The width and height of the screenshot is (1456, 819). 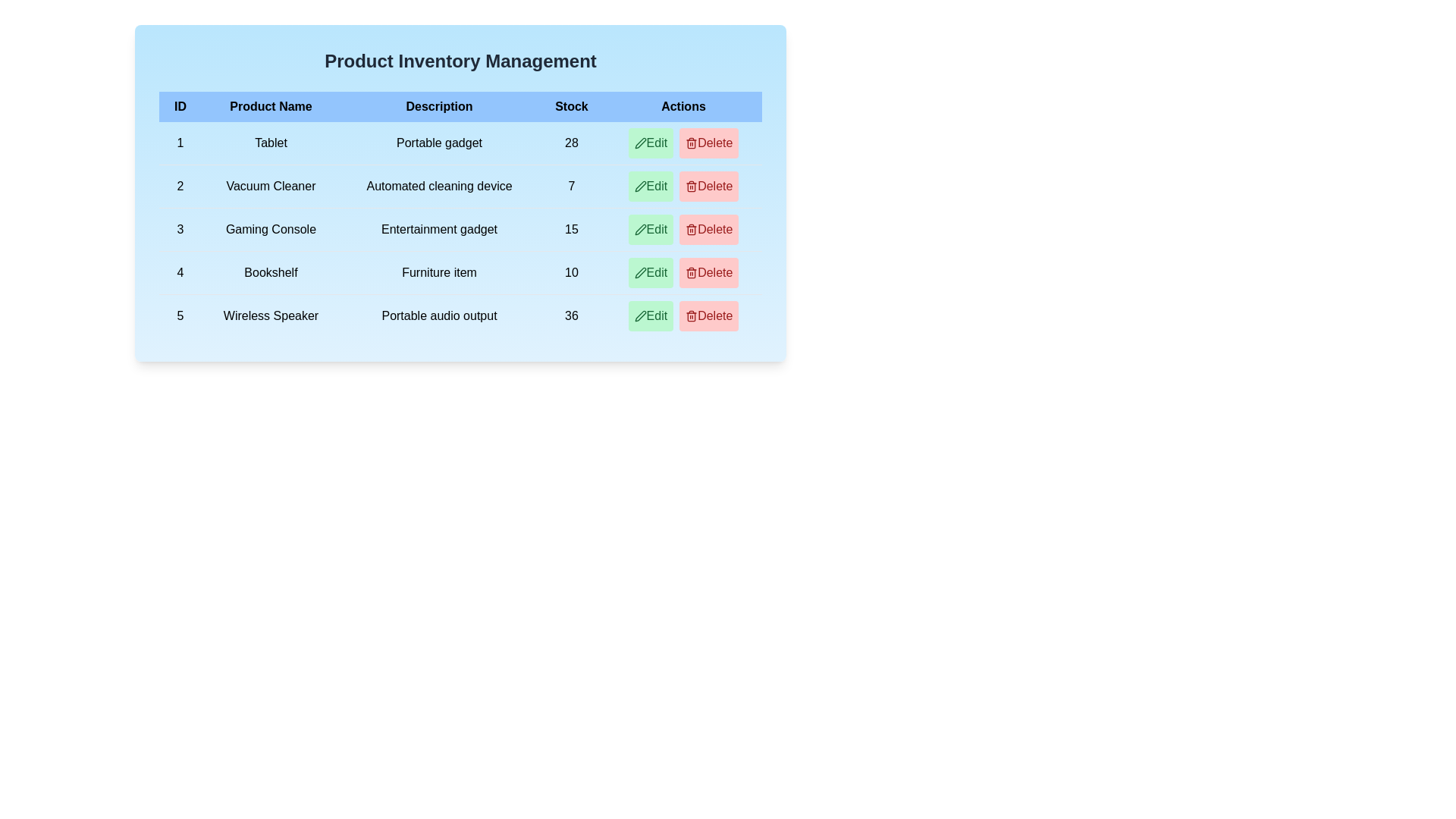 I want to click on the 'ID' header label, which is the first element in the horizontal header row of the table, so click(x=180, y=106).